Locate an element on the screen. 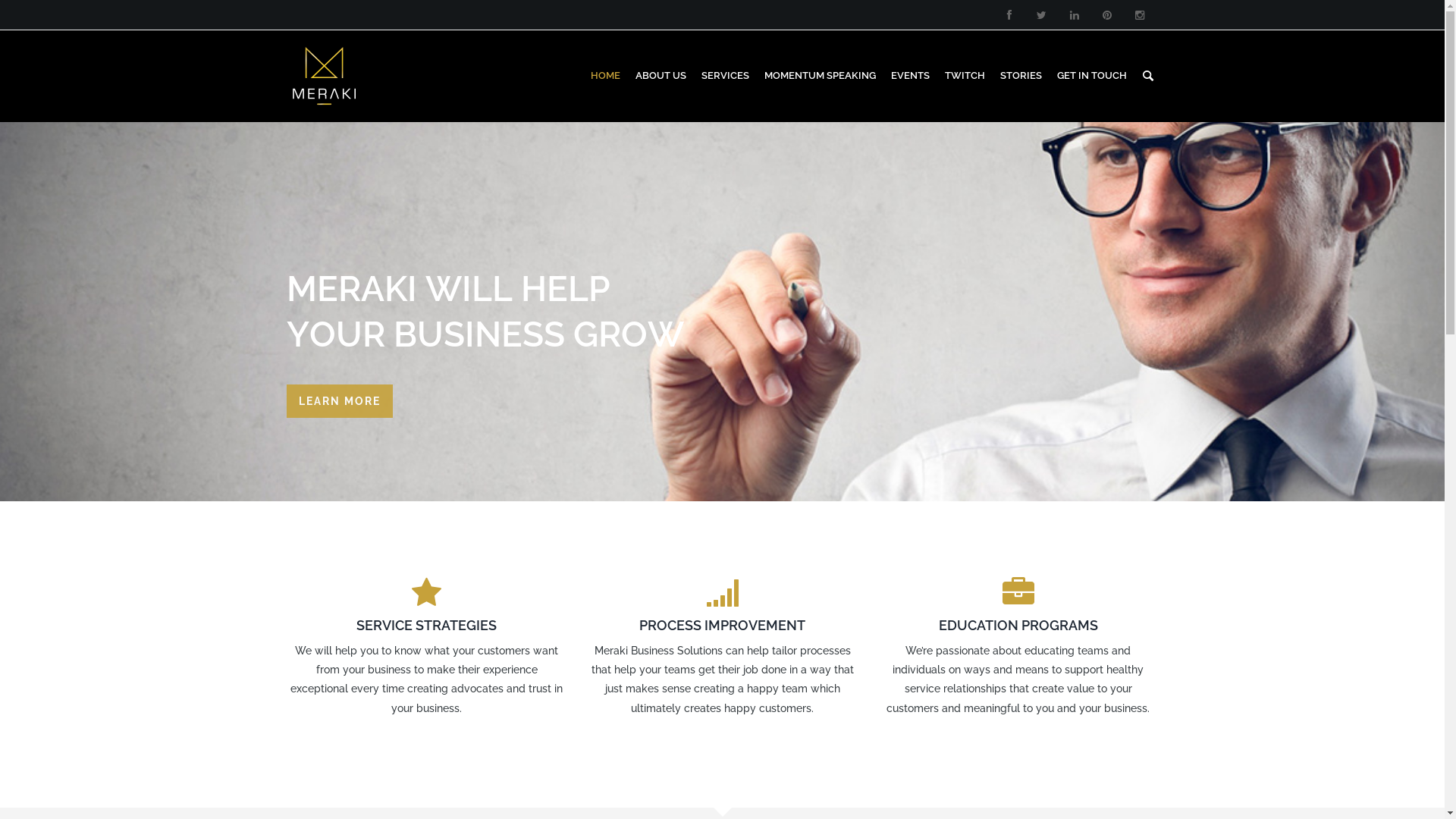  'twitter' is located at coordinates (1040, 14).